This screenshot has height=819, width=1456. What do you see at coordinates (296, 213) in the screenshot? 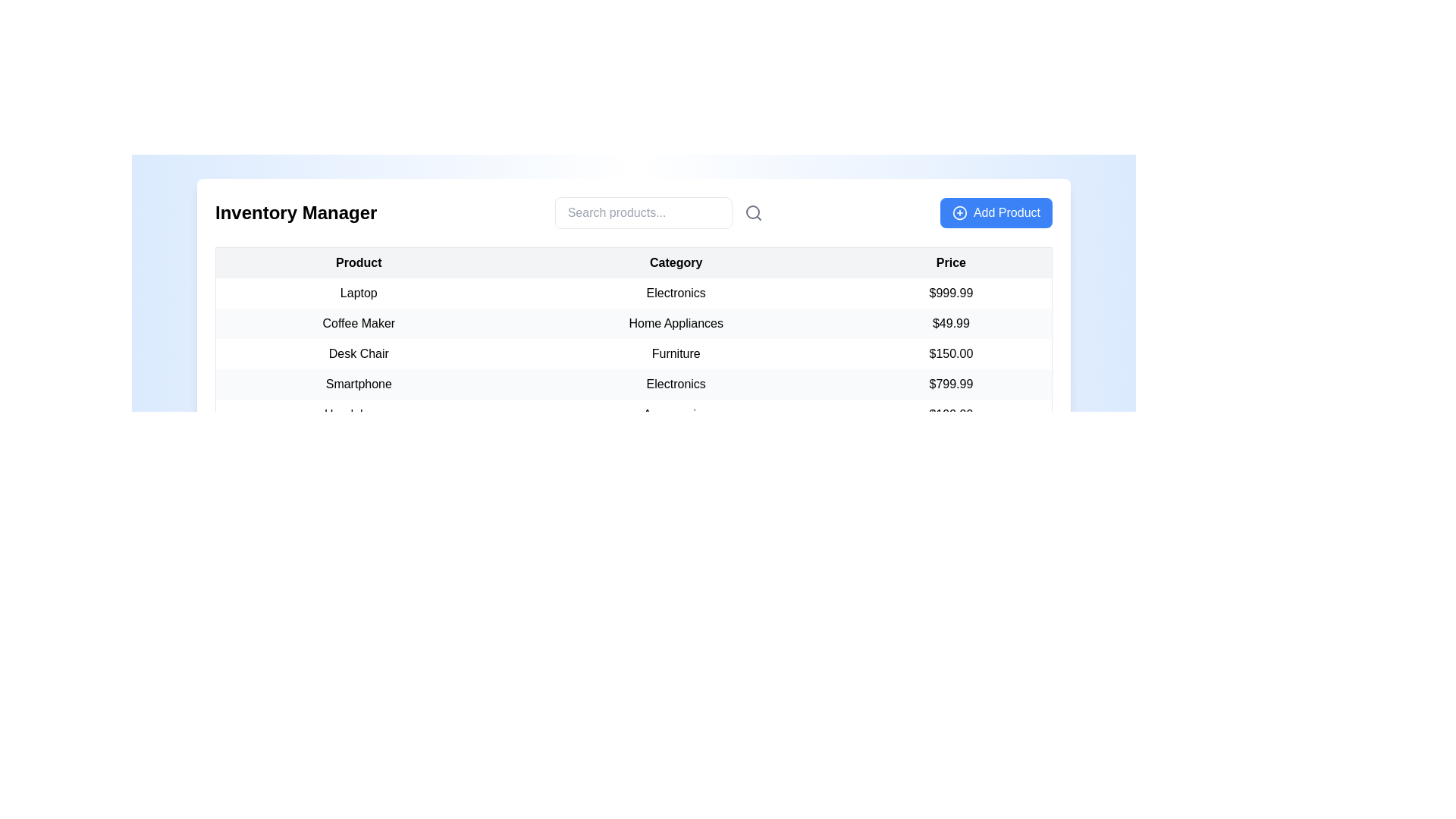
I see `the text label displaying 'Inventory Manager', which is located at the top-left corner of the horizontal bar in the UI` at bounding box center [296, 213].